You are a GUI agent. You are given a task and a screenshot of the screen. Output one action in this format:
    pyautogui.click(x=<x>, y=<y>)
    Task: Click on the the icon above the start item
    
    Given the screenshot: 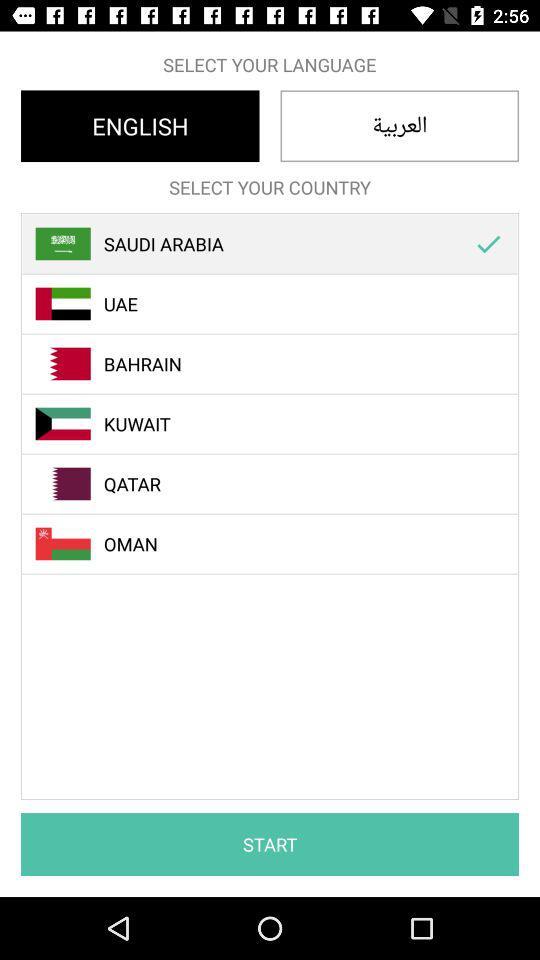 What is the action you would take?
    pyautogui.click(x=487, y=243)
    